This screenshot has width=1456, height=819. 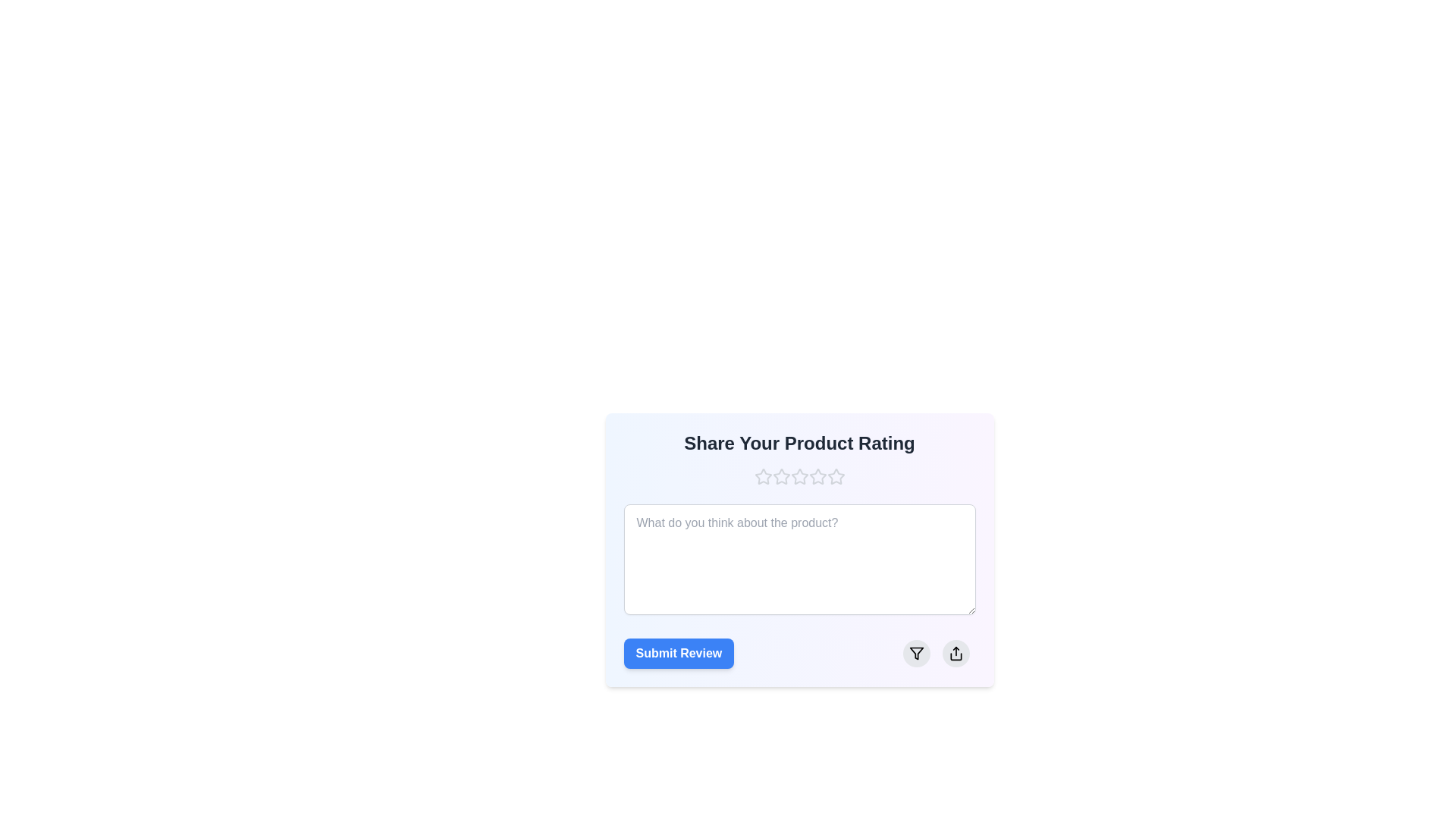 What do you see at coordinates (763, 475) in the screenshot?
I see `the first star-shaped rating icon` at bounding box center [763, 475].